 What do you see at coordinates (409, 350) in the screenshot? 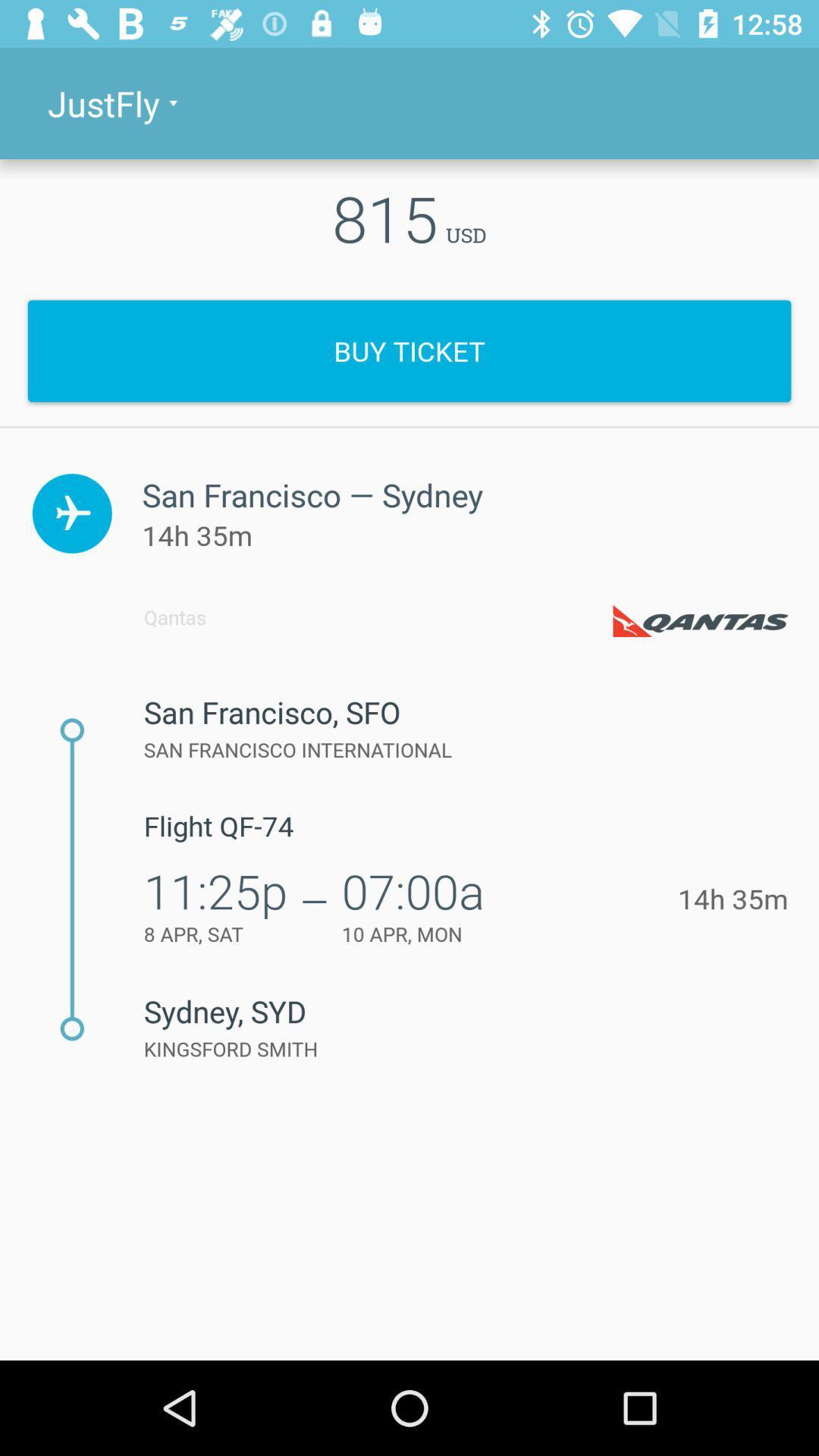
I see `buy ticket item` at bounding box center [409, 350].